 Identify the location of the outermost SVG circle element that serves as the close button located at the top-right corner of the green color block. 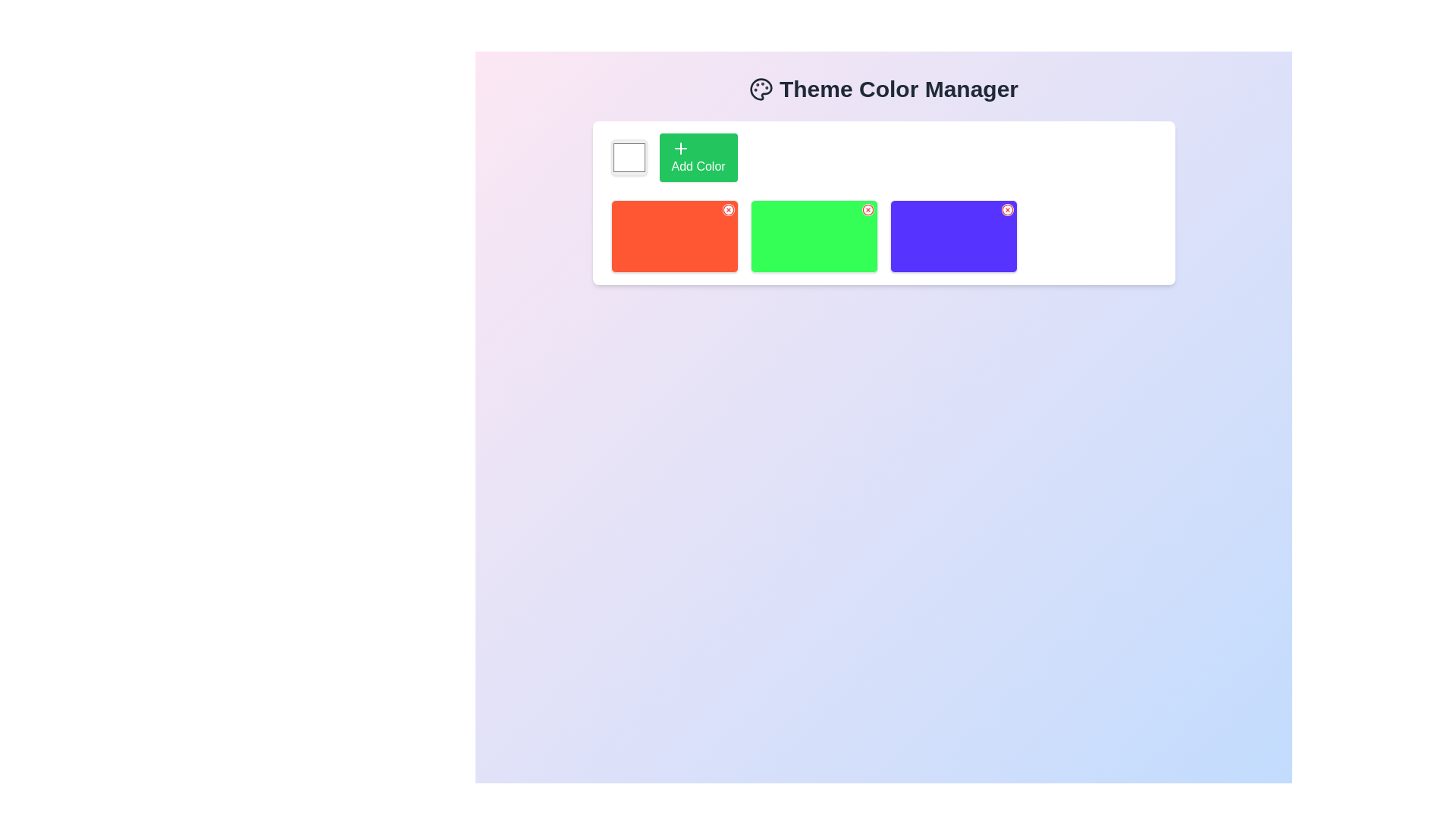
(868, 210).